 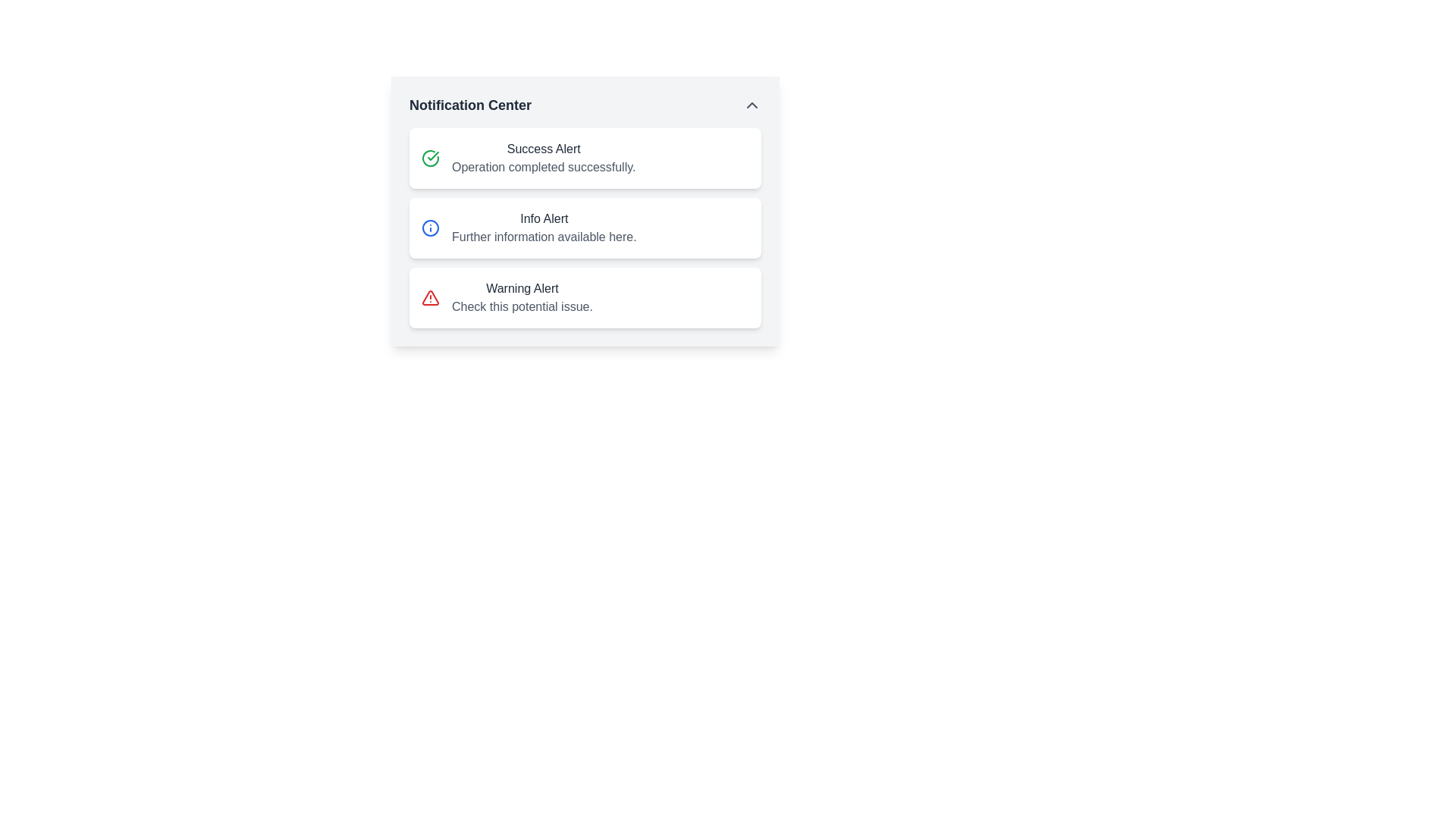 What do you see at coordinates (585, 298) in the screenshot?
I see `the third Notification Card in the Notification Center to inspect the warning message further` at bounding box center [585, 298].